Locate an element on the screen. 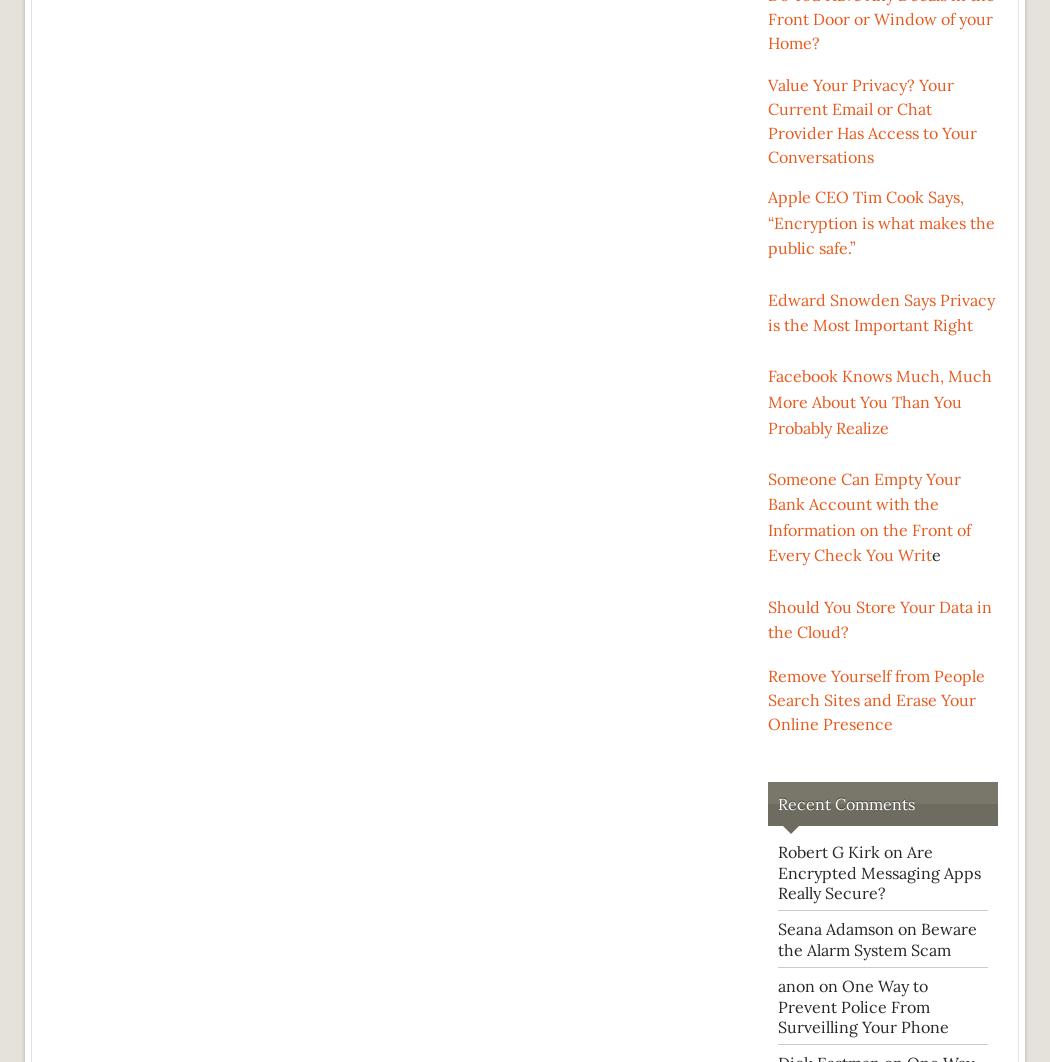 Image resolution: width=1050 pixels, height=1062 pixels. 'e' is located at coordinates (936, 555).